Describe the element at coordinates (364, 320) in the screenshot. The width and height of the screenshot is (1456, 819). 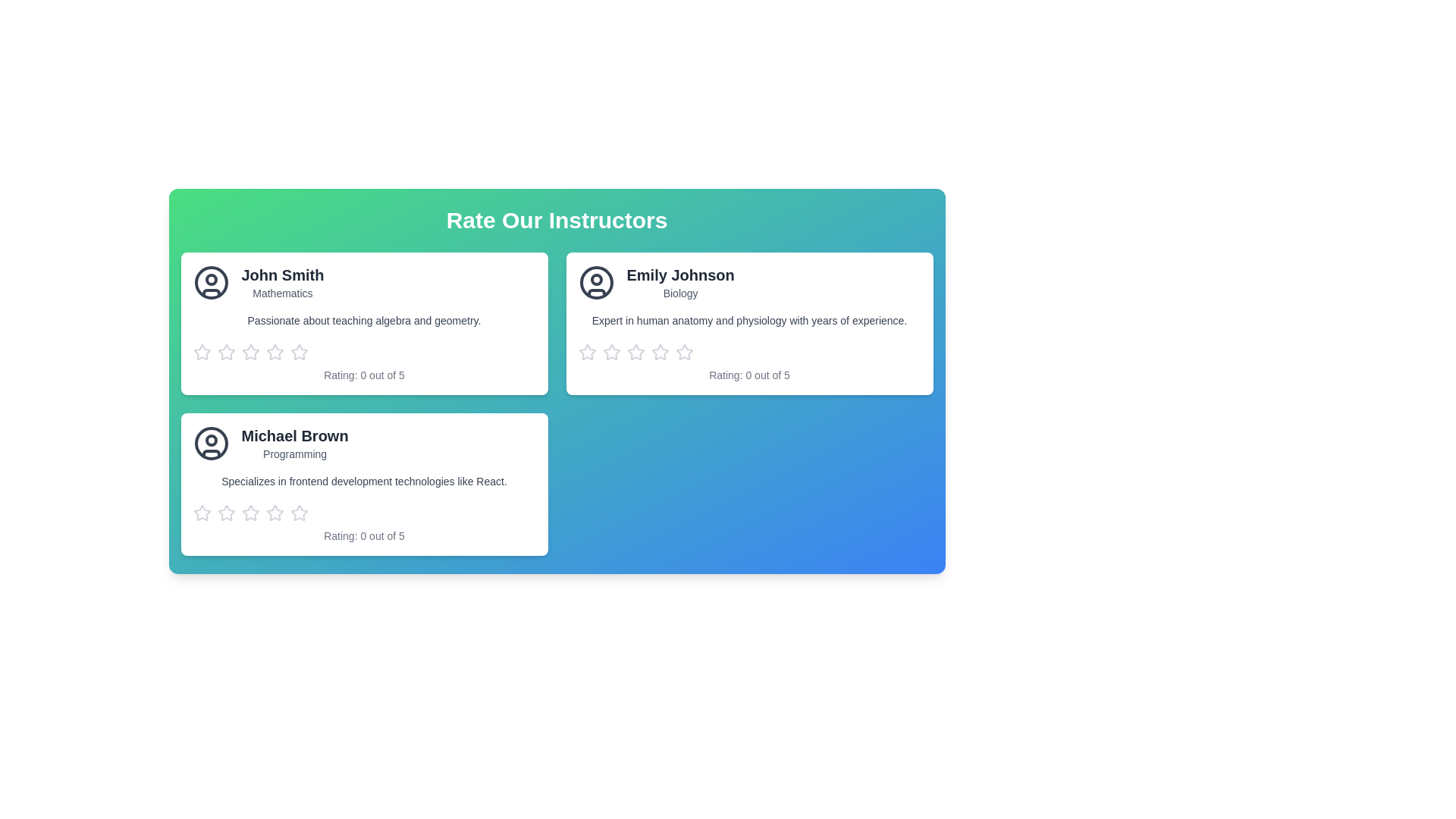
I see `the text element that summarizes John Smith's expertise in teaching mathematics, located centrally under the title and subtitle within the card titled 'John Smith'` at that location.